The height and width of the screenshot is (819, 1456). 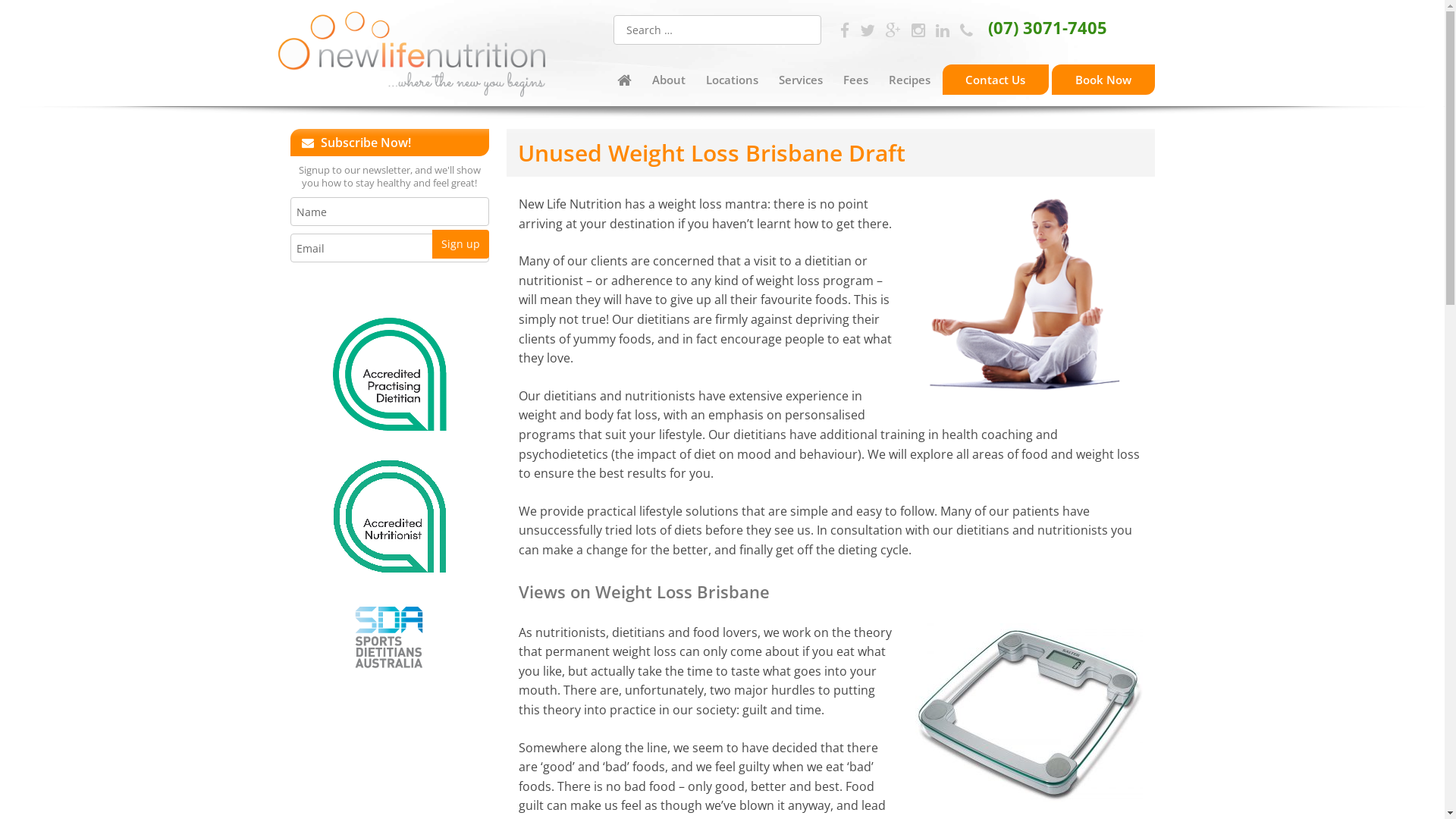 I want to click on '(07) 3071-7405', so click(x=1032, y=27).